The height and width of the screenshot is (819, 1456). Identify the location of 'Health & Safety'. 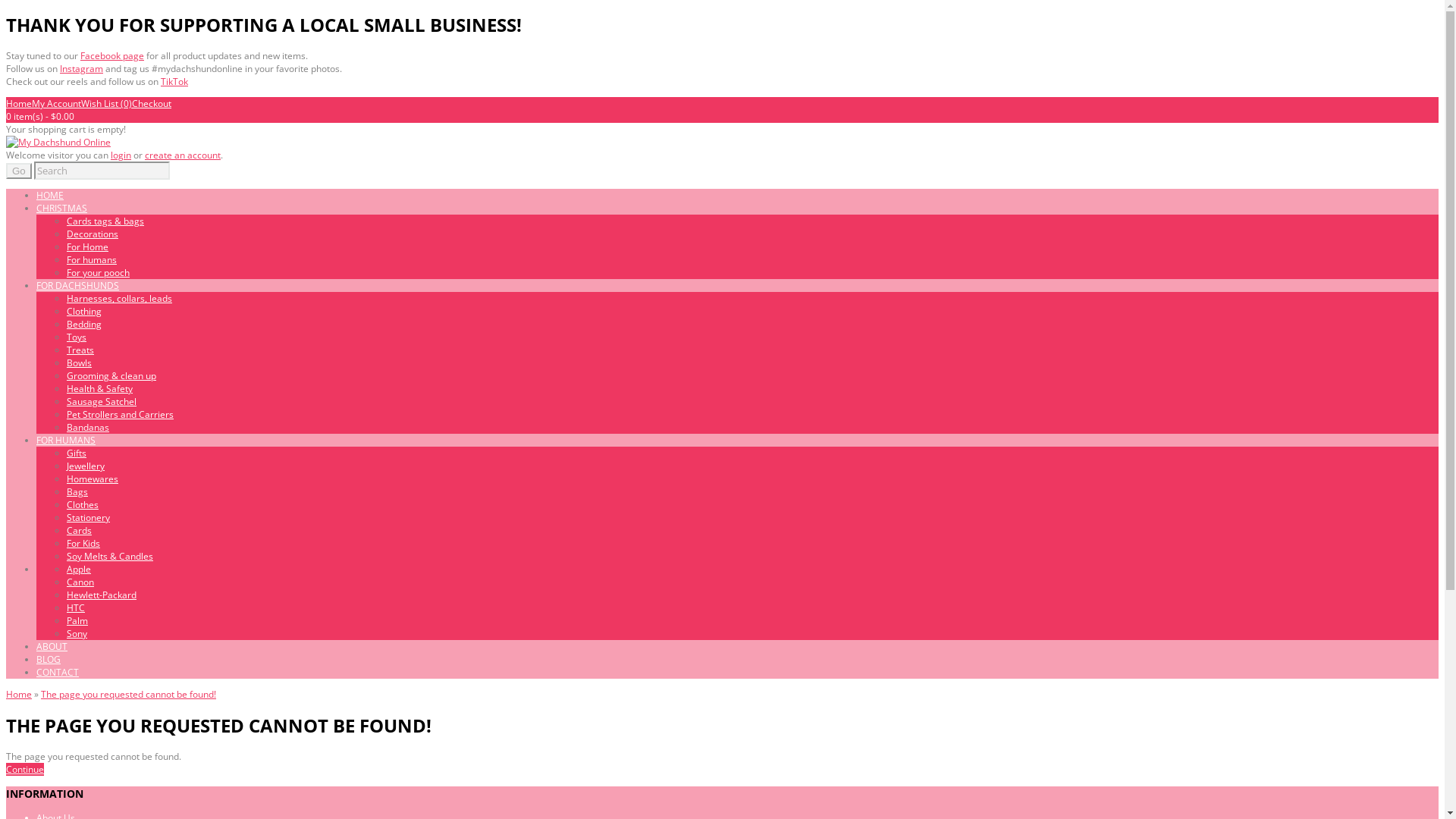
(65, 388).